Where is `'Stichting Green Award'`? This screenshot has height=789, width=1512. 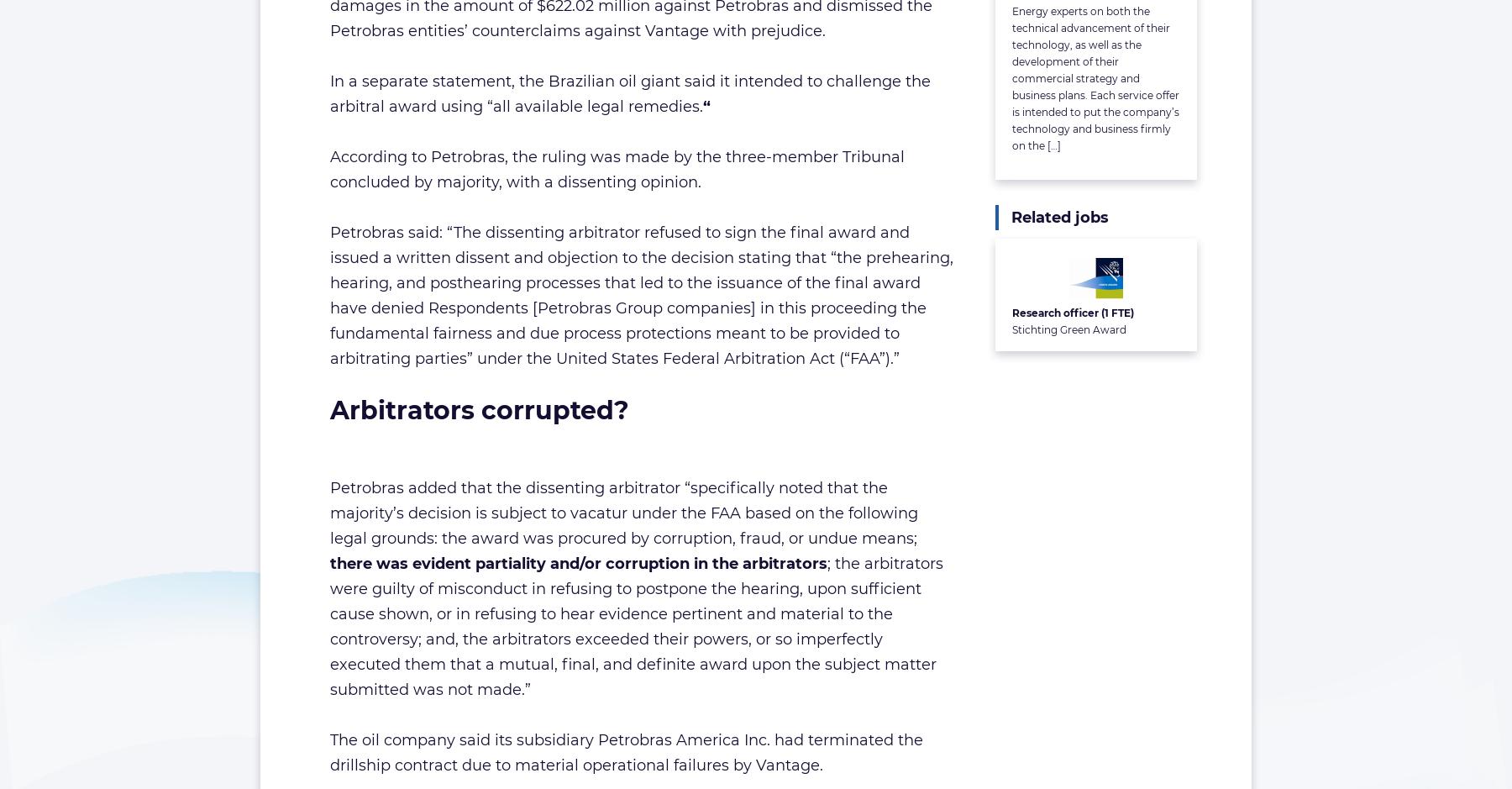
'Stichting Green Award' is located at coordinates (1011, 329).